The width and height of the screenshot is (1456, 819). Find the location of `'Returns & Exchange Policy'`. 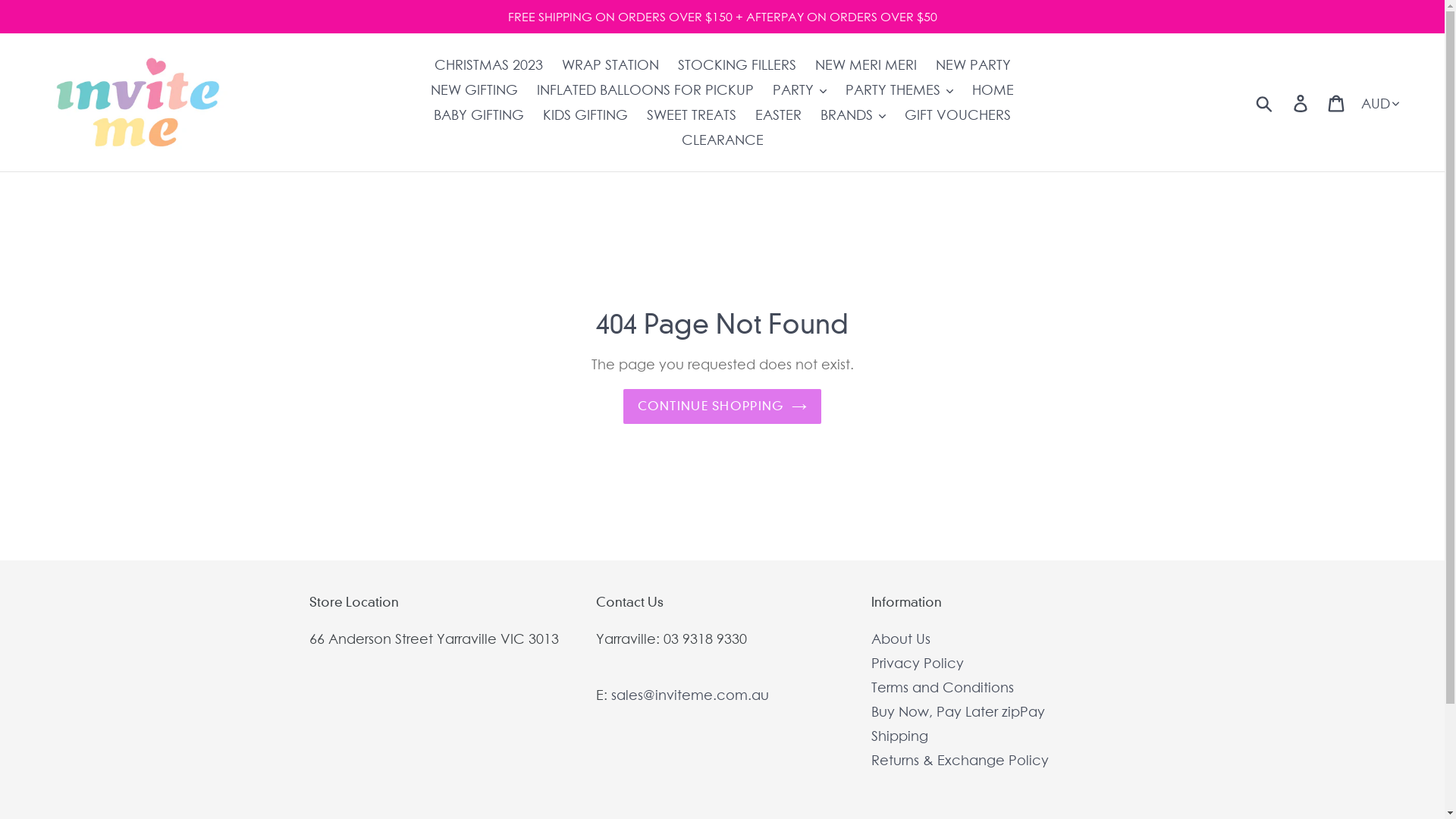

'Returns & Exchange Policy' is located at coordinates (959, 760).